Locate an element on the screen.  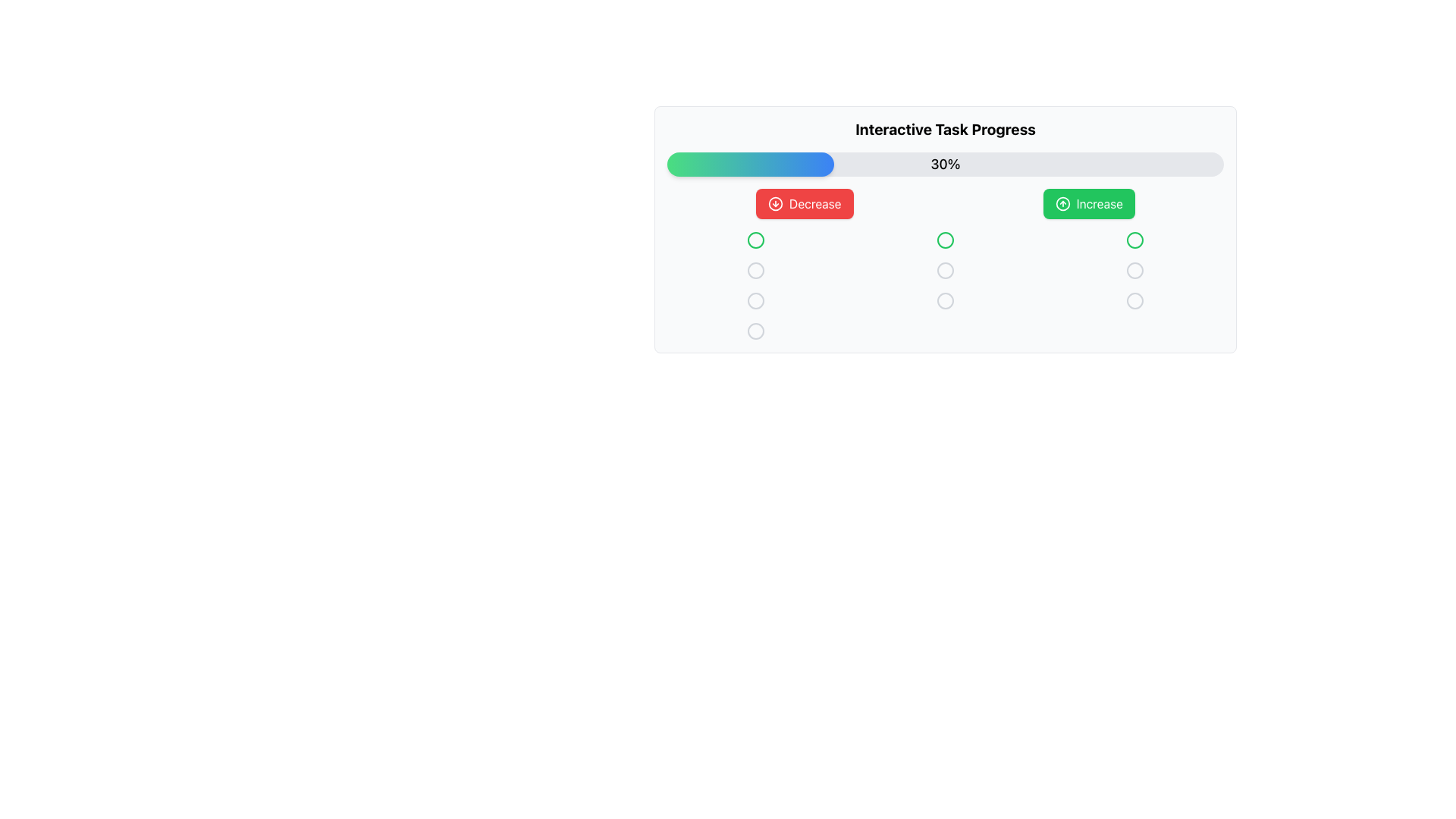
the decrease icon located to the left side of the 'Decrease' button text is located at coordinates (775, 203).